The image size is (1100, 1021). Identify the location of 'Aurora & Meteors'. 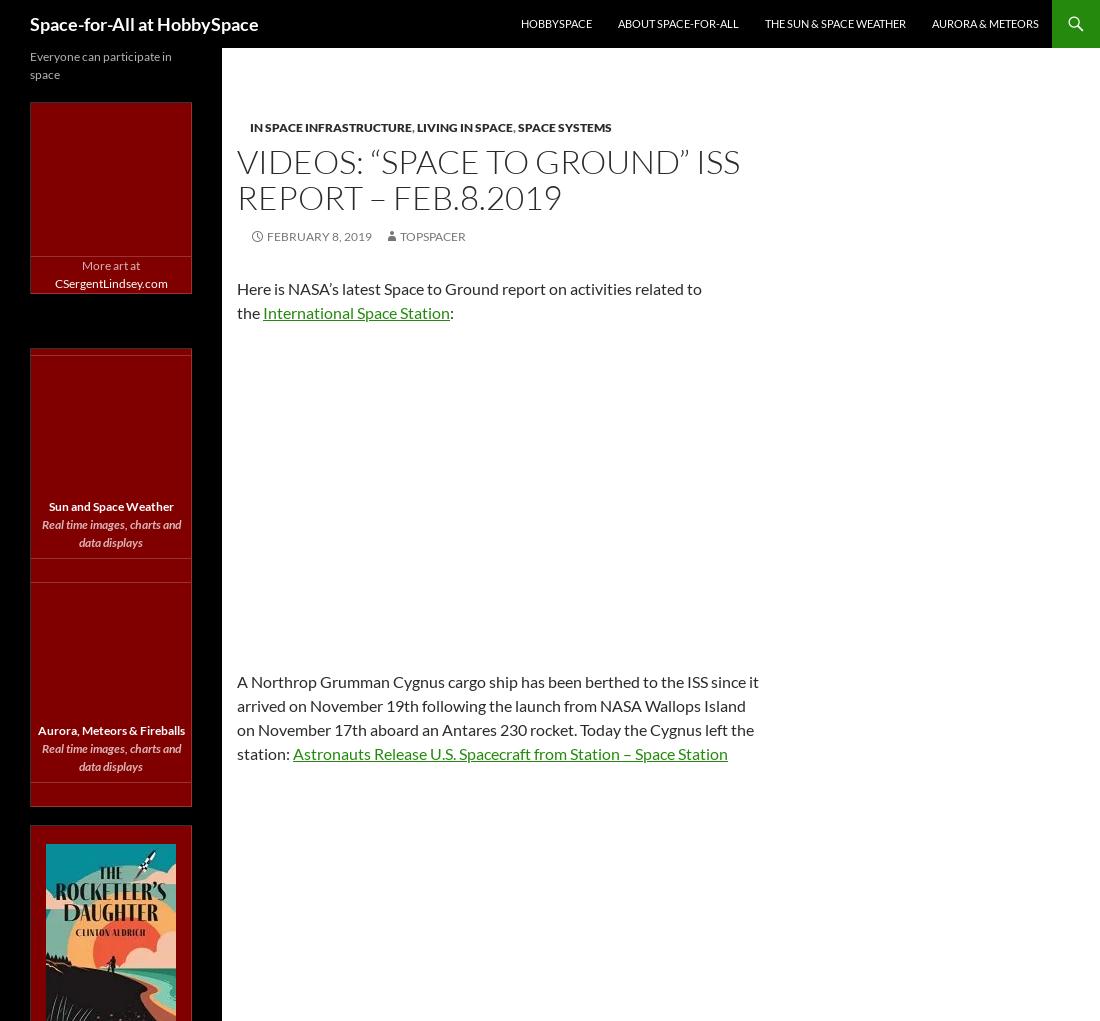
(984, 22).